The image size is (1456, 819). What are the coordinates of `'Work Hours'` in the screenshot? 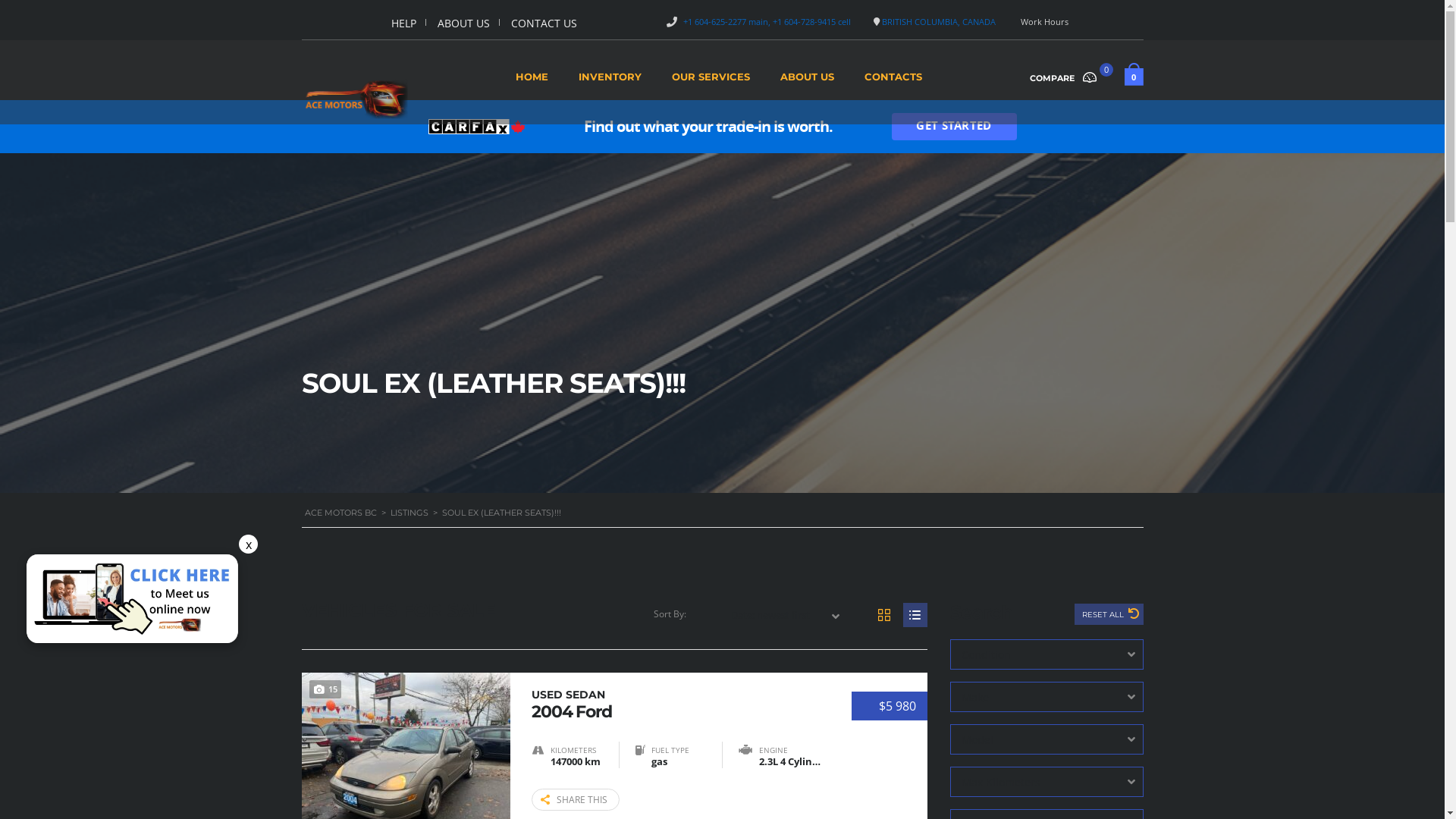 It's located at (1043, 21).